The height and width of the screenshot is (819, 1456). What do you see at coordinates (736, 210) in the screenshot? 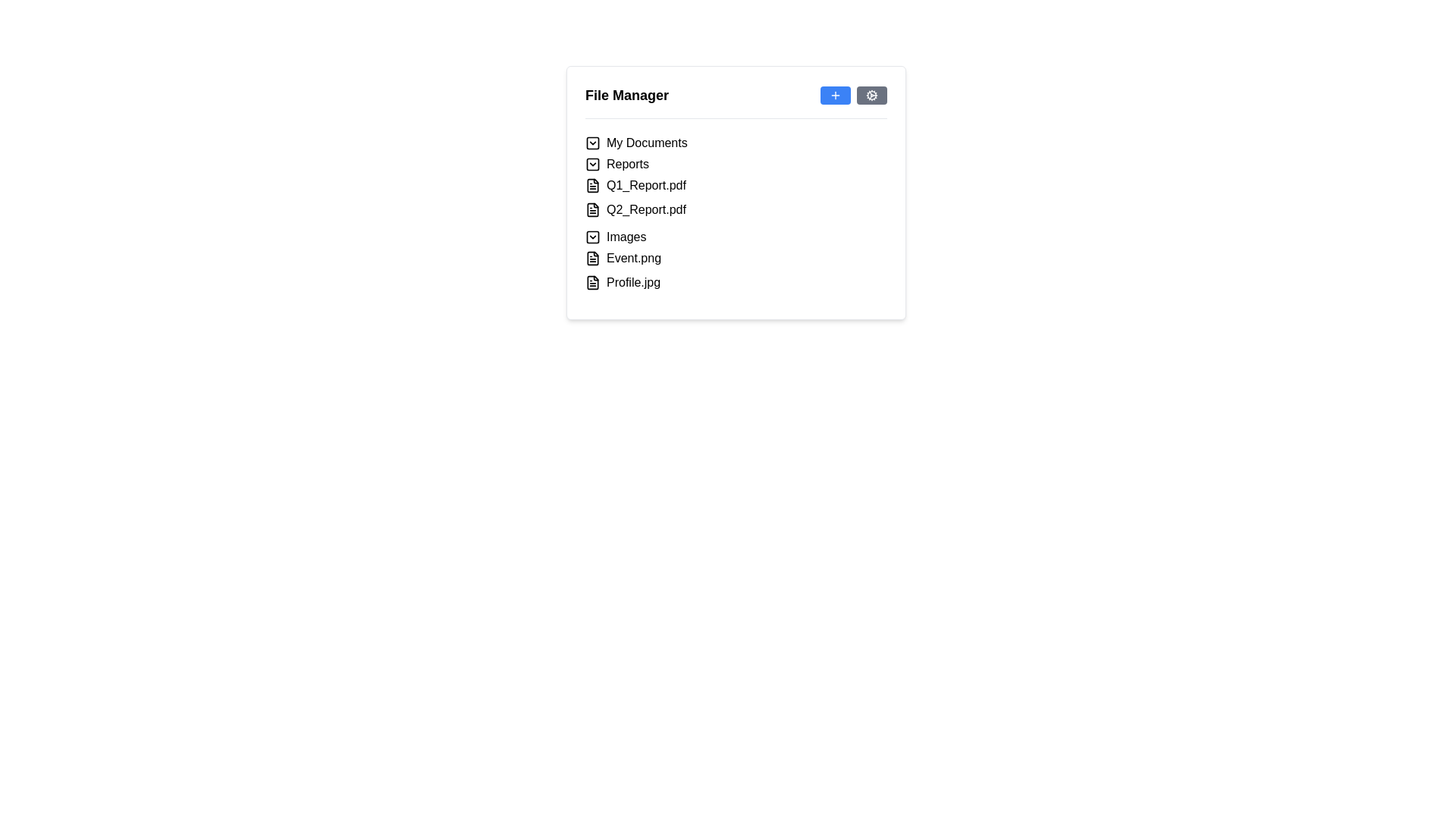
I see `the selectable file entry named 'Q2_Report.pdf' located in the 'Reports' section of the file manager UI` at bounding box center [736, 210].